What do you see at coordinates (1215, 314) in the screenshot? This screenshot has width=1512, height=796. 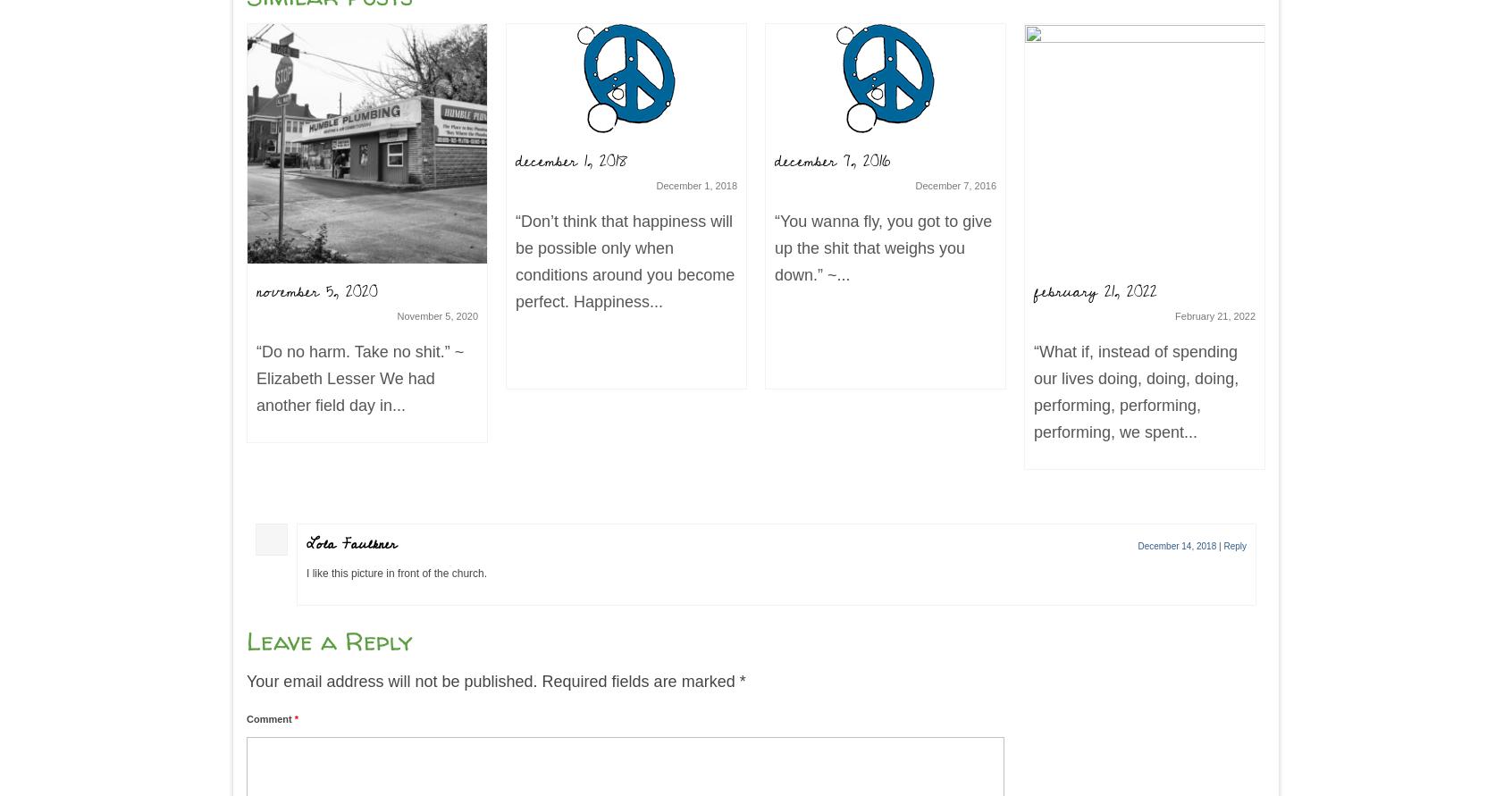 I see `'February 21, 2022'` at bounding box center [1215, 314].